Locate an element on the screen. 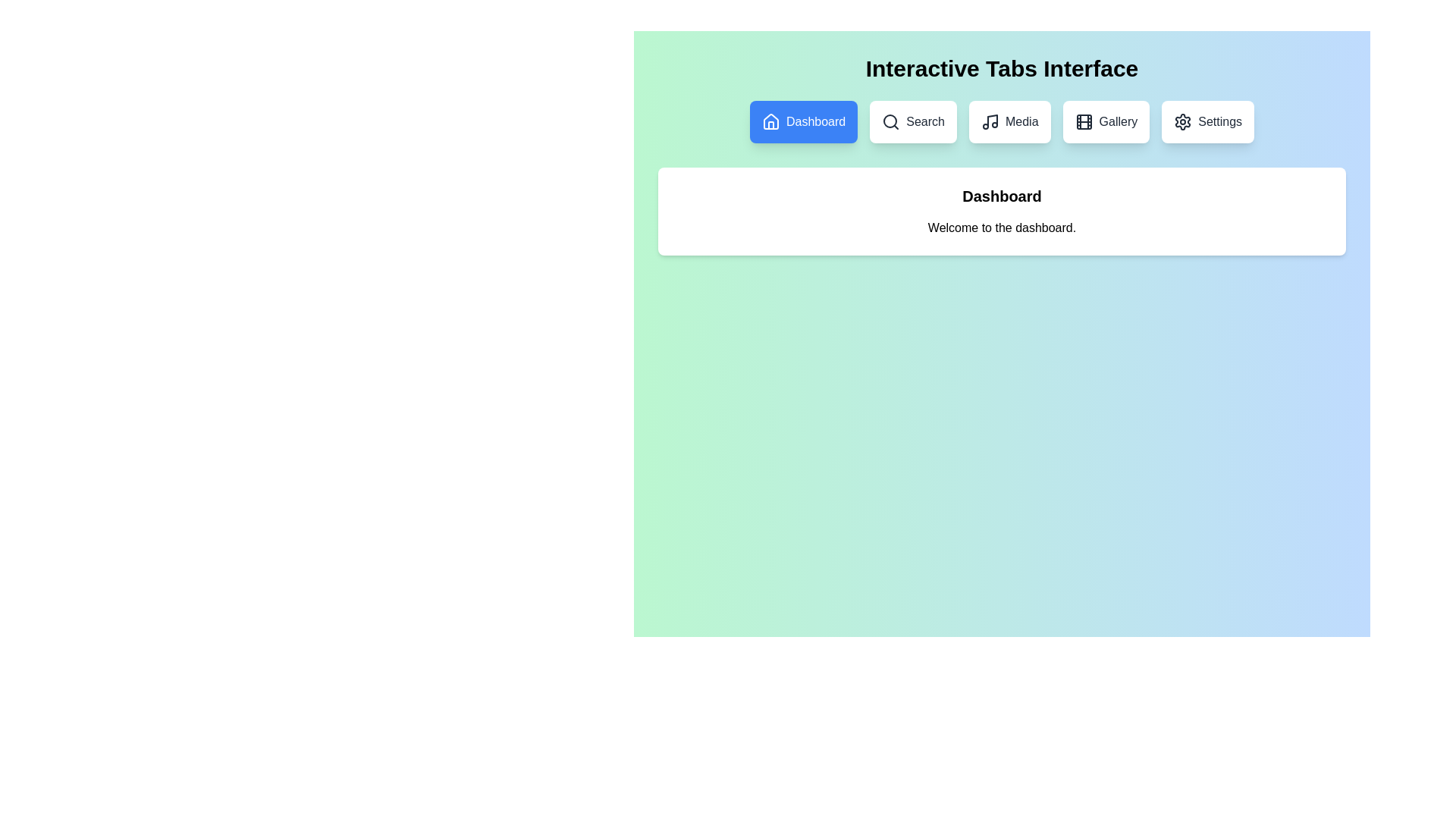  the 'Media' button is located at coordinates (1021, 121).